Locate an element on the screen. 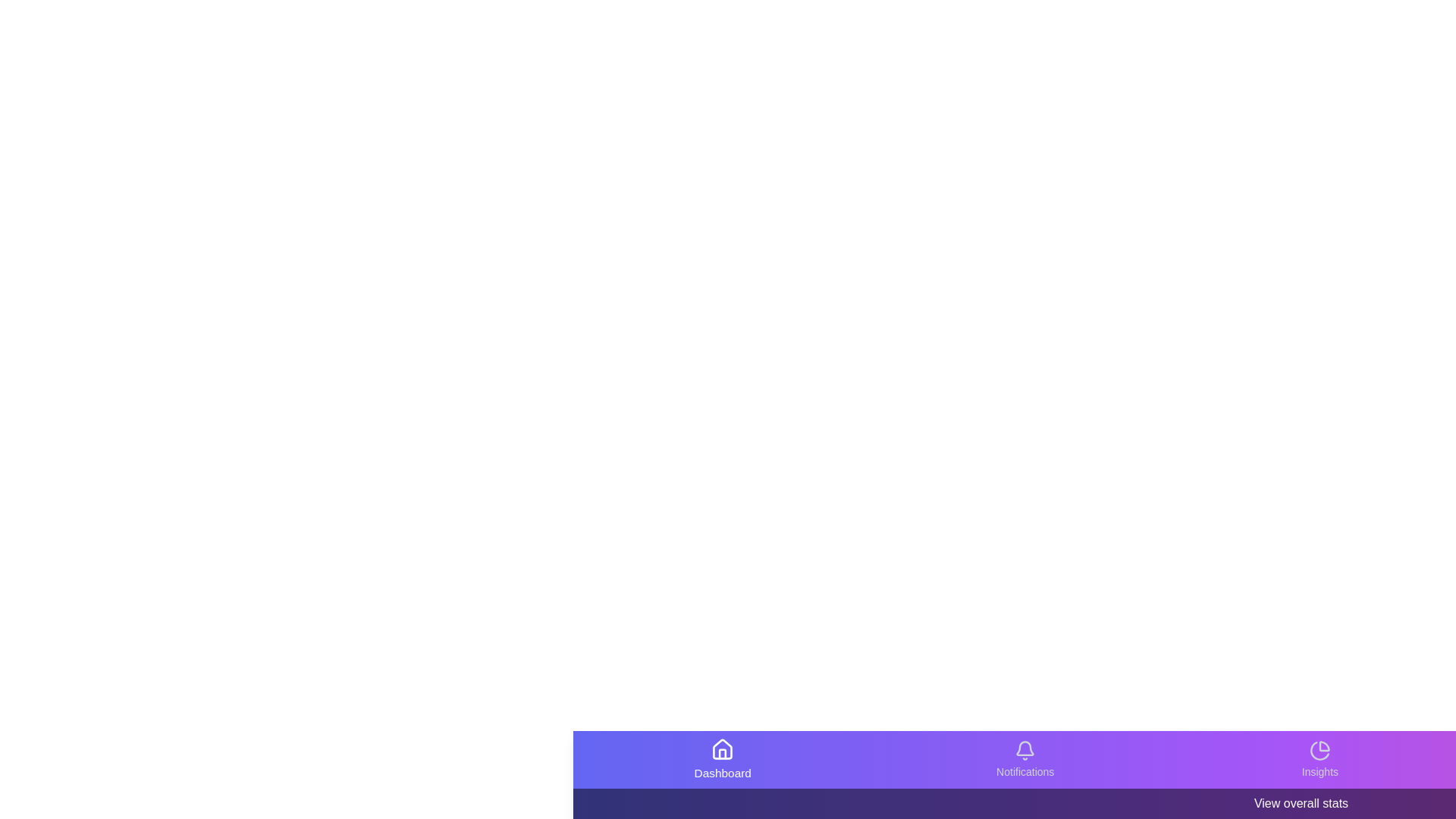 The height and width of the screenshot is (819, 1456). the Notifications navigation item in the bottom navigation bar is located at coordinates (1025, 760).